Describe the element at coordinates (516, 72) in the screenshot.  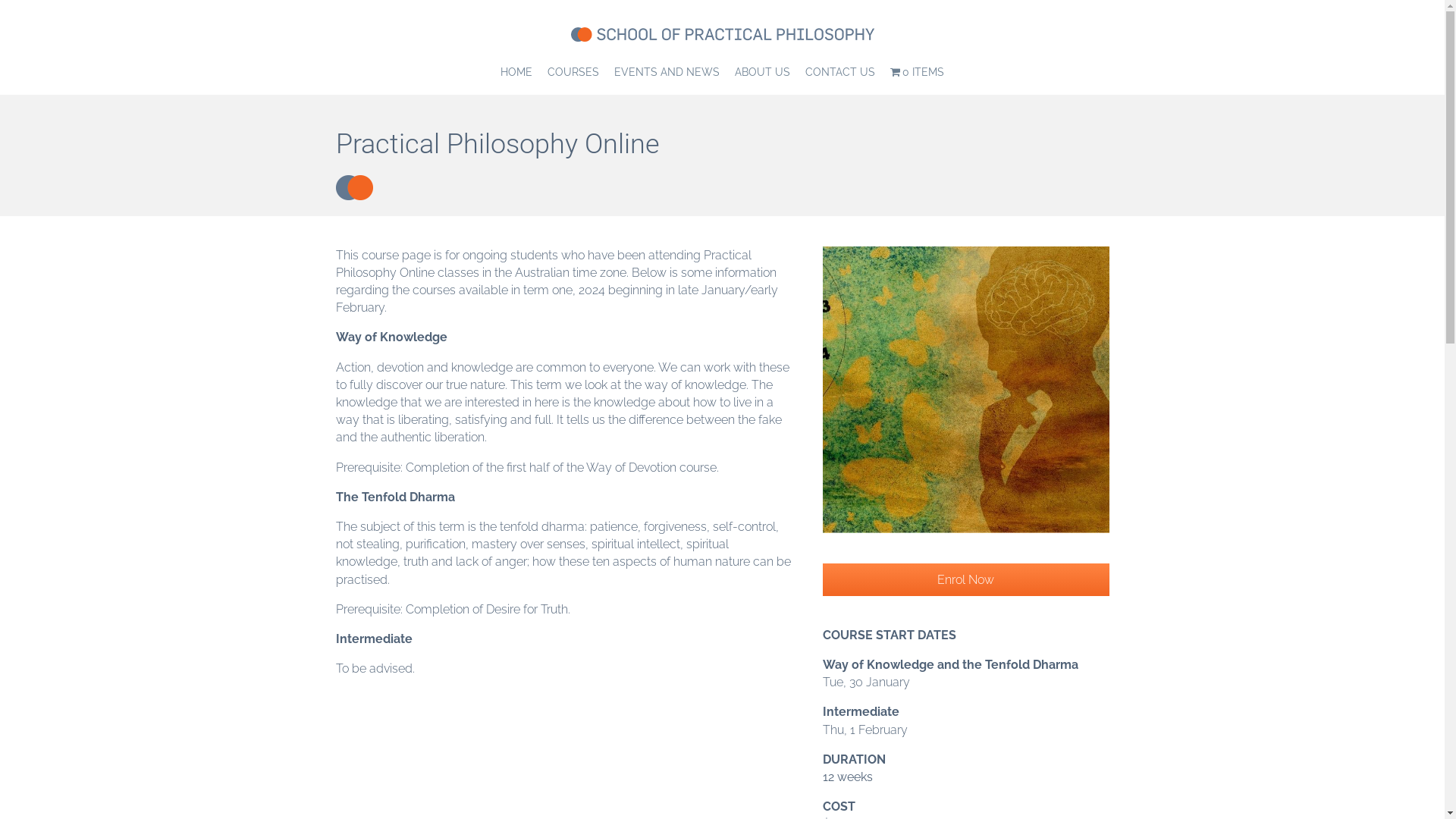
I see `'HOME'` at that location.